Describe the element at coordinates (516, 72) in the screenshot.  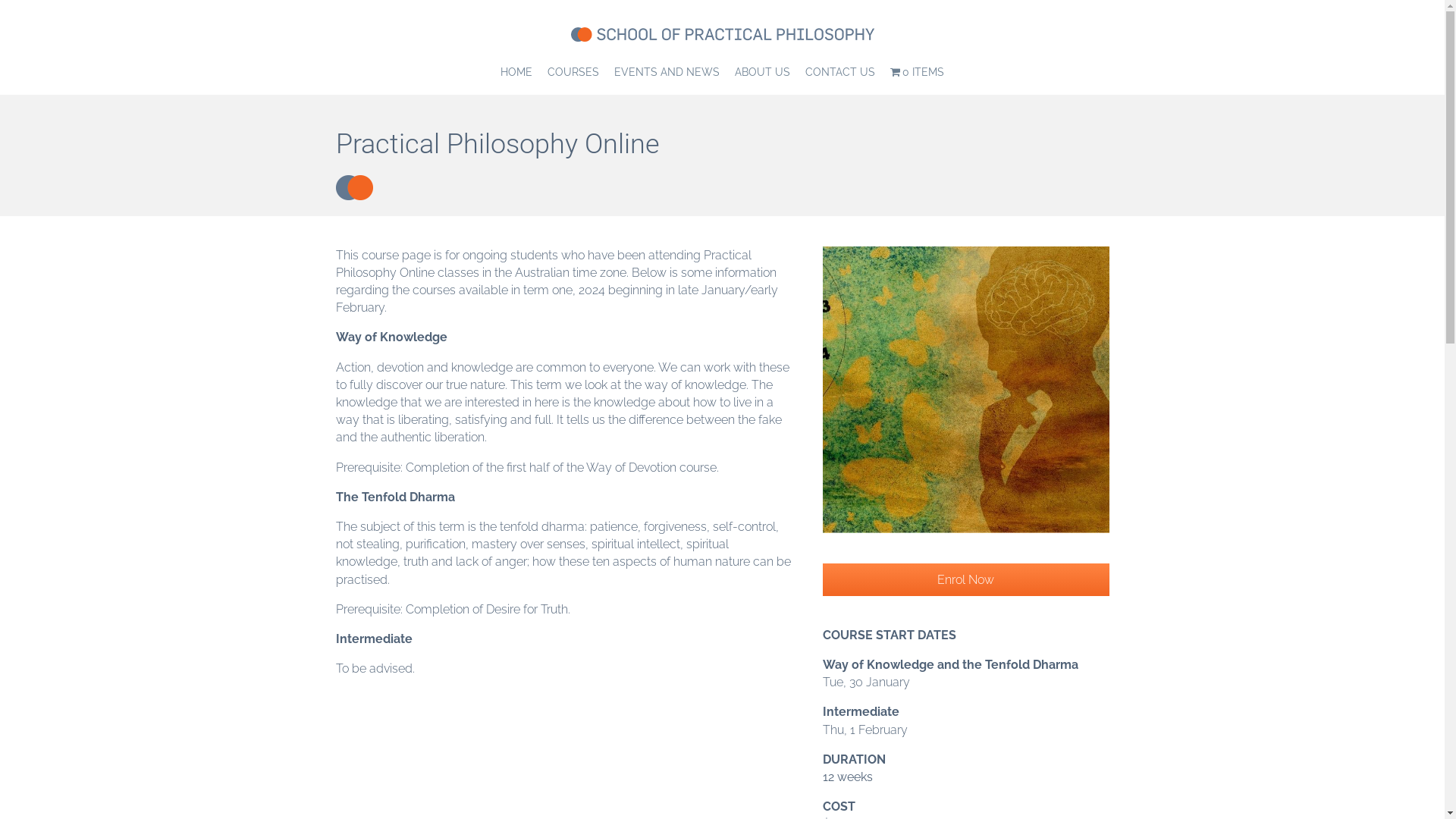
I see `'HOME'` at that location.